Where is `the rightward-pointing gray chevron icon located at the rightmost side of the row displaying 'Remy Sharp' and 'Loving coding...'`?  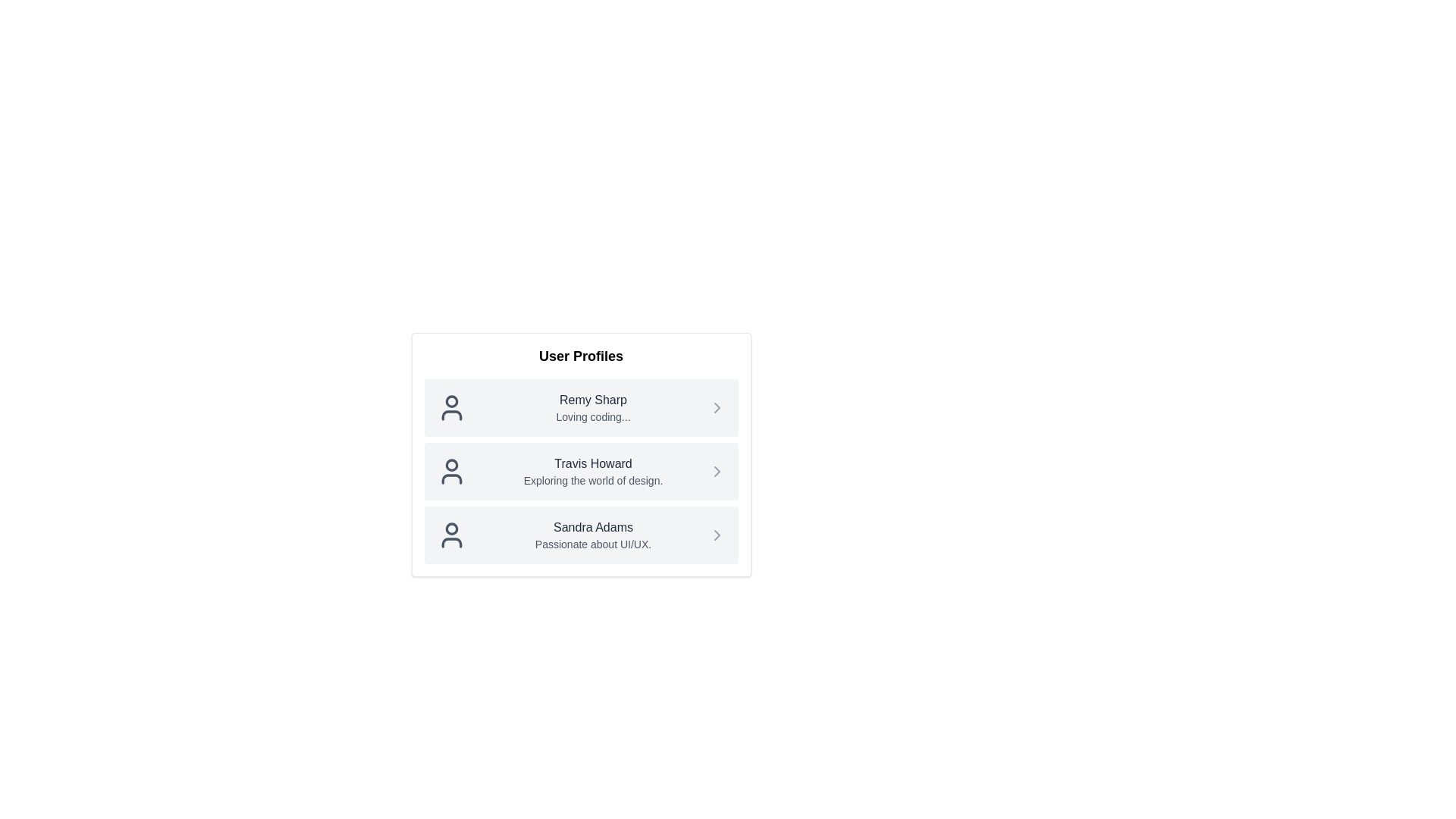 the rightward-pointing gray chevron icon located at the rightmost side of the row displaying 'Remy Sharp' and 'Loving coding...' is located at coordinates (716, 406).